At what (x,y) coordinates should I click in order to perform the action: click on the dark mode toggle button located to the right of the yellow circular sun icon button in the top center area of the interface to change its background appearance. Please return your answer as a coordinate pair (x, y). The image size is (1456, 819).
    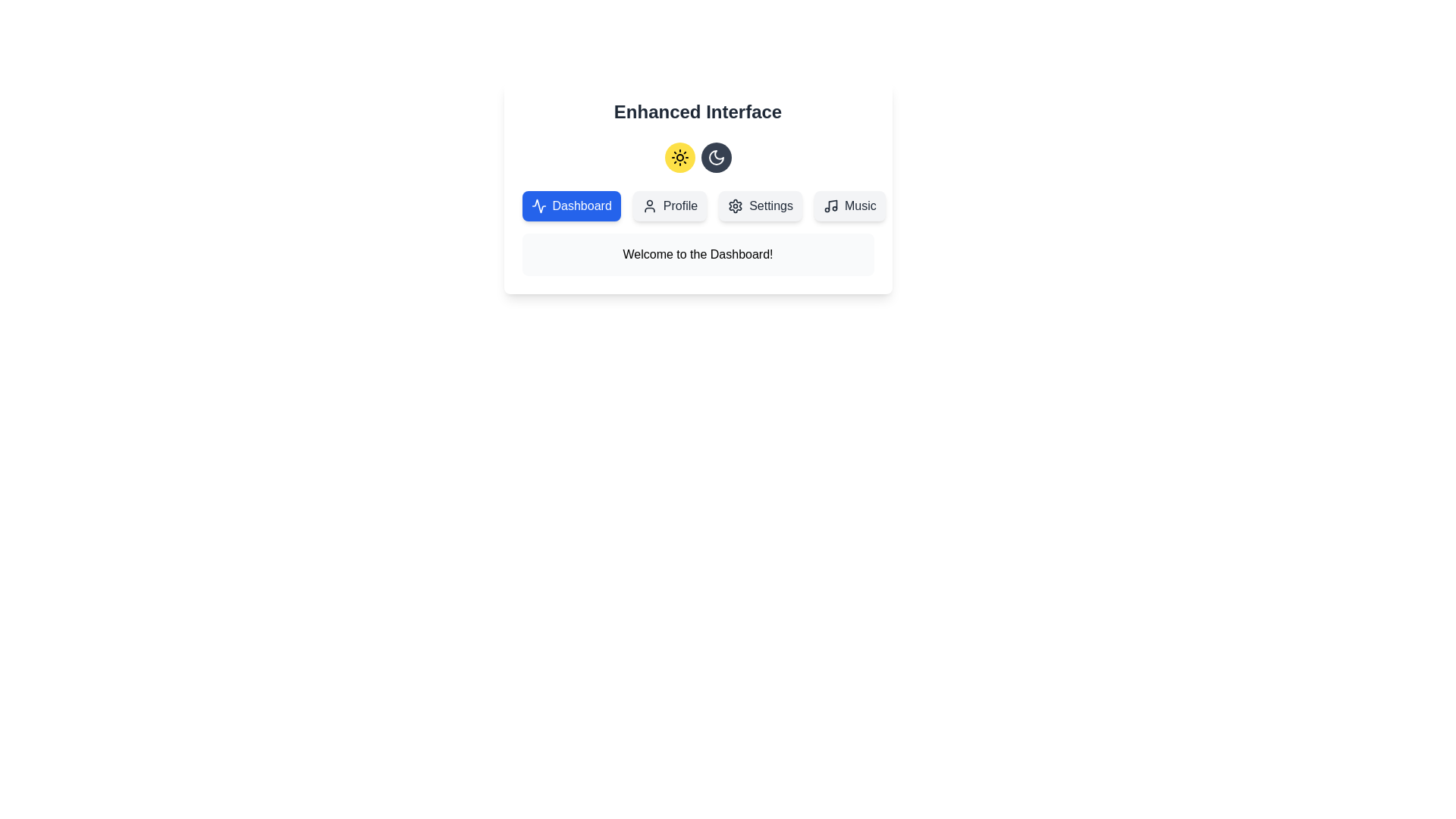
    Looking at the image, I should click on (715, 158).